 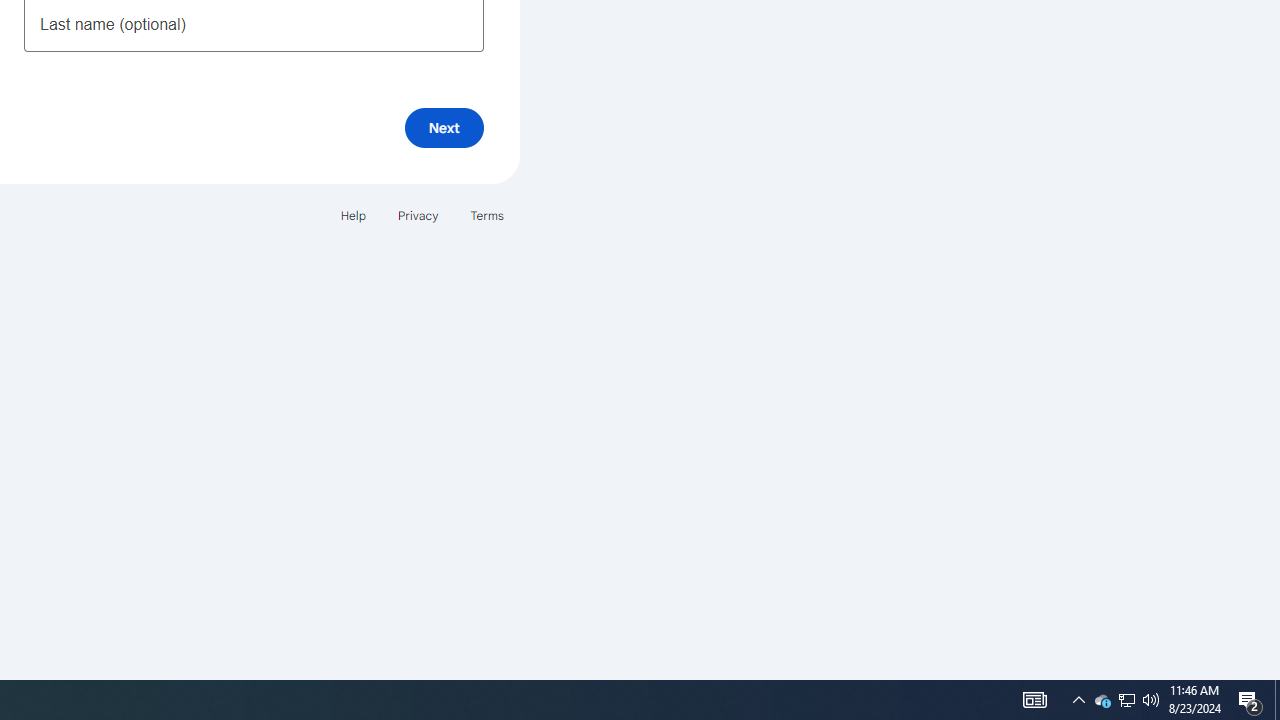 What do you see at coordinates (352, 215) in the screenshot?
I see `'Help'` at bounding box center [352, 215].